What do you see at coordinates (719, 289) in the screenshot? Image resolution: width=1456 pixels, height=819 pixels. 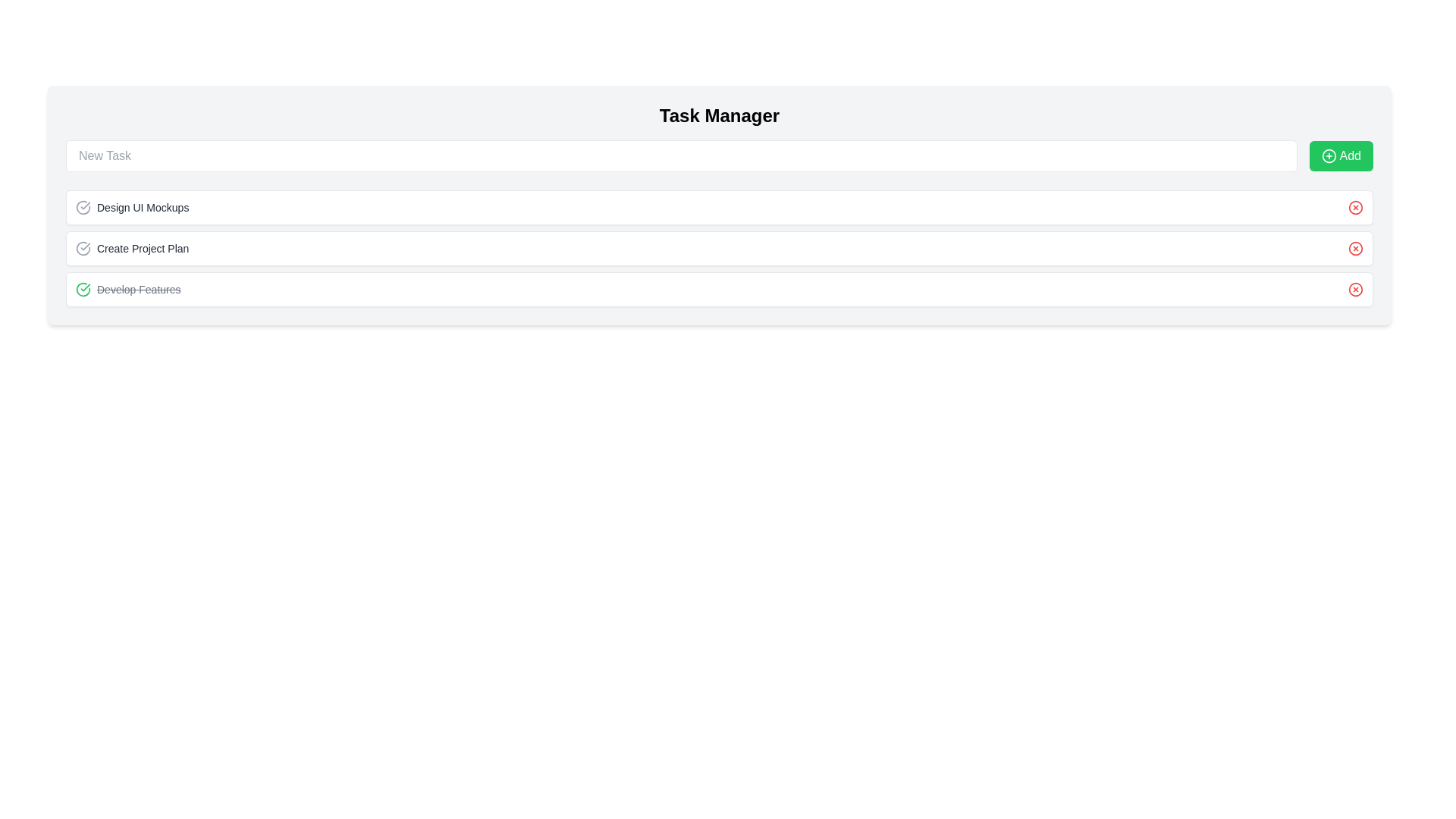 I see `the completed task card, which is the third item in the vertical list under the 'Tasks' section, positioned between 'Create Project Plan' and the next item` at bounding box center [719, 289].